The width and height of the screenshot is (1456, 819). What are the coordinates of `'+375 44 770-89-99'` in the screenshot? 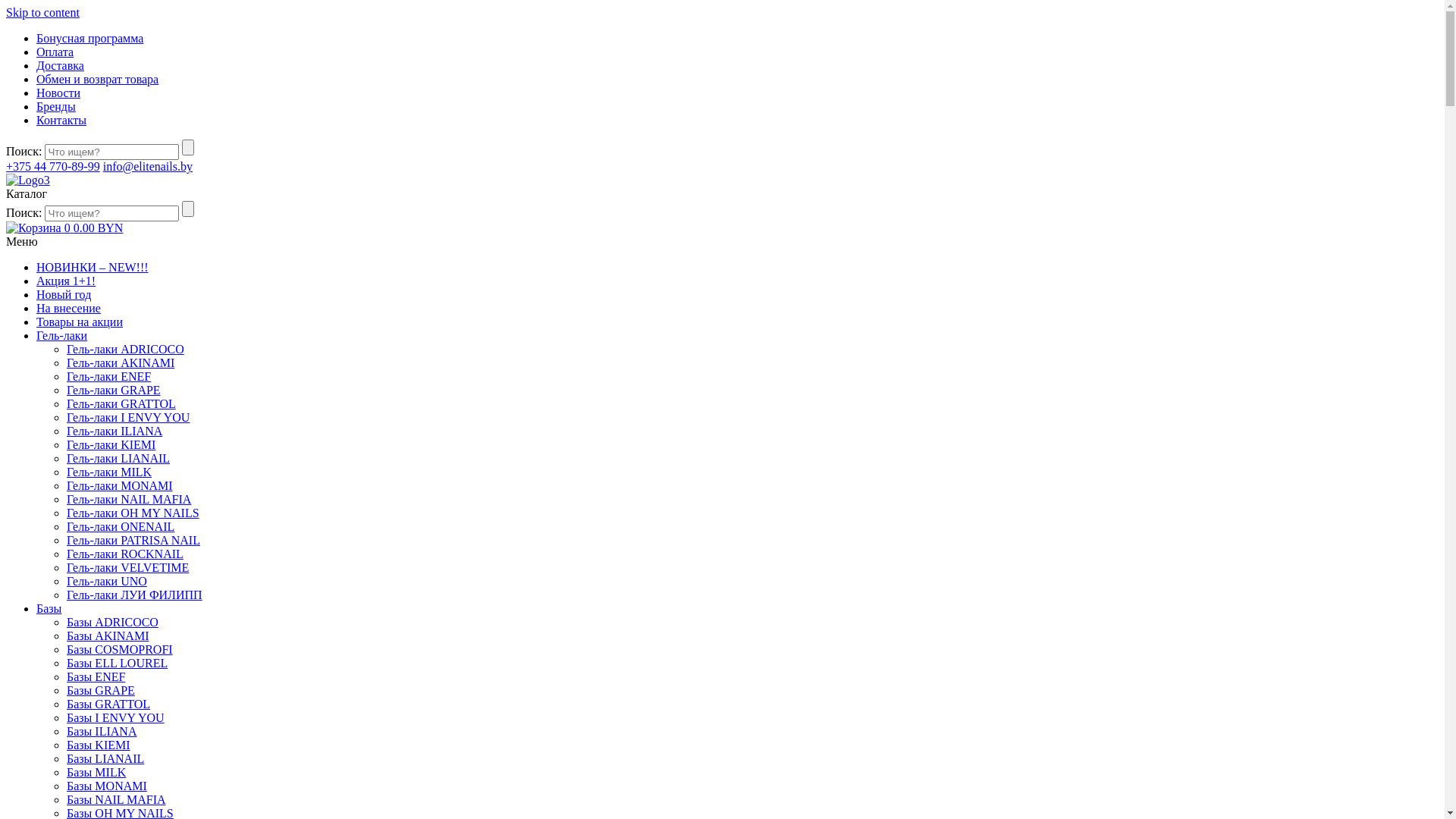 It's located at (6, 166).